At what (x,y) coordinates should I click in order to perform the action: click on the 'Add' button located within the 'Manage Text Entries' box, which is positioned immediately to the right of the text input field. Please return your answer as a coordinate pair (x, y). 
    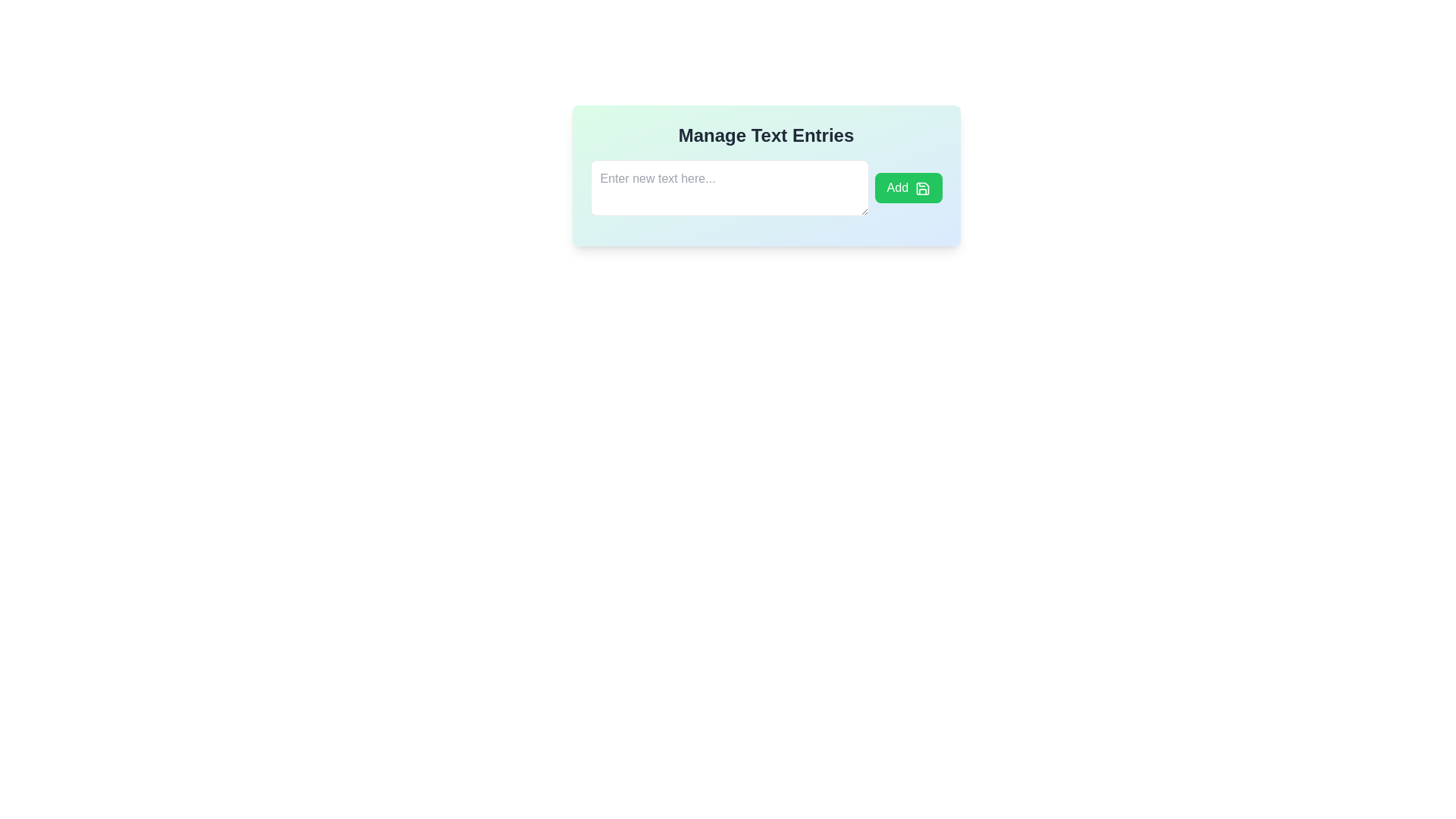
    Looking at the image, I should click on (908, 187).